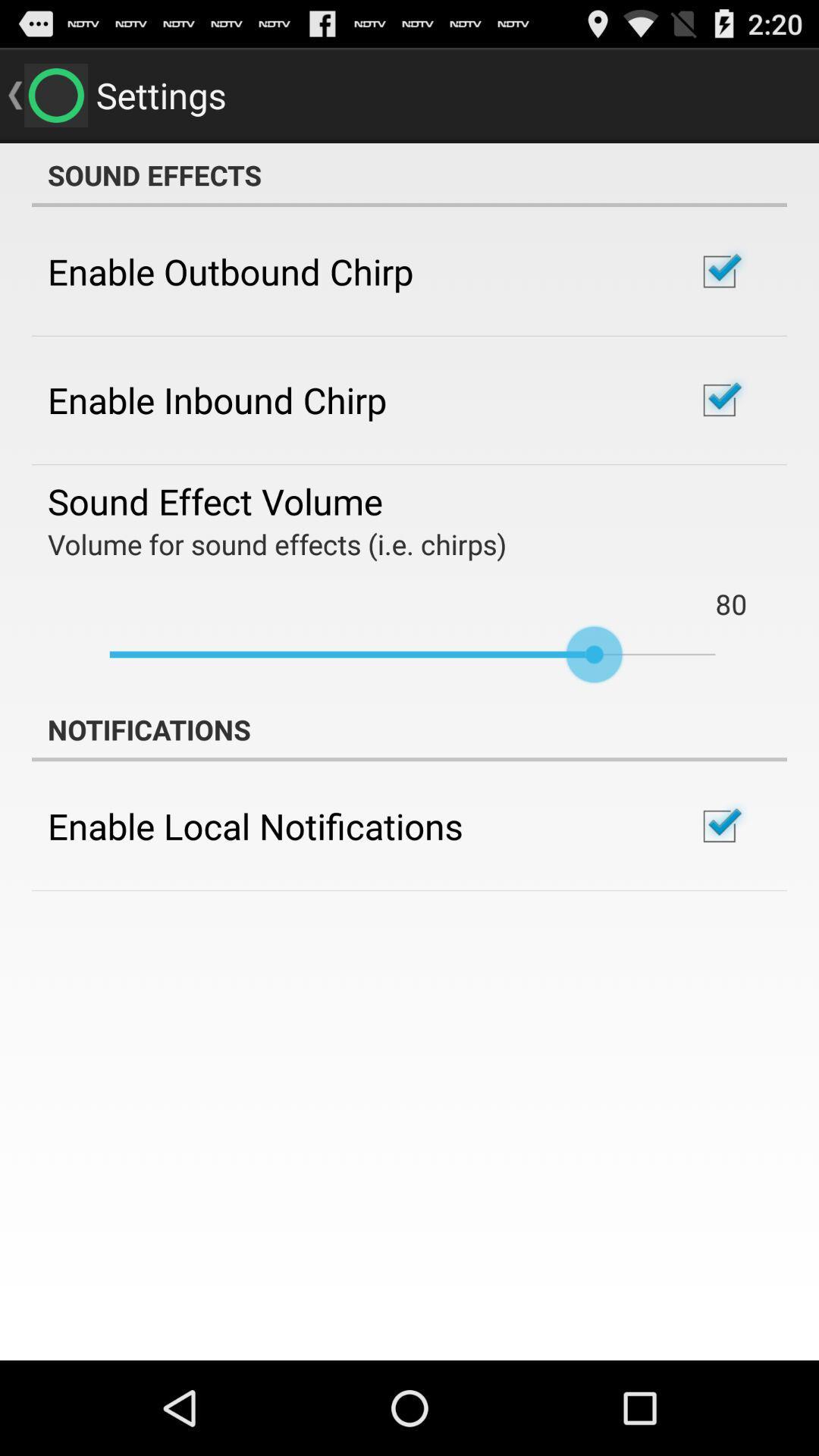 Image resolution: width=819 pixels, height=1456 pixels. I want to click on item below notifications icon, so click(254, 825).